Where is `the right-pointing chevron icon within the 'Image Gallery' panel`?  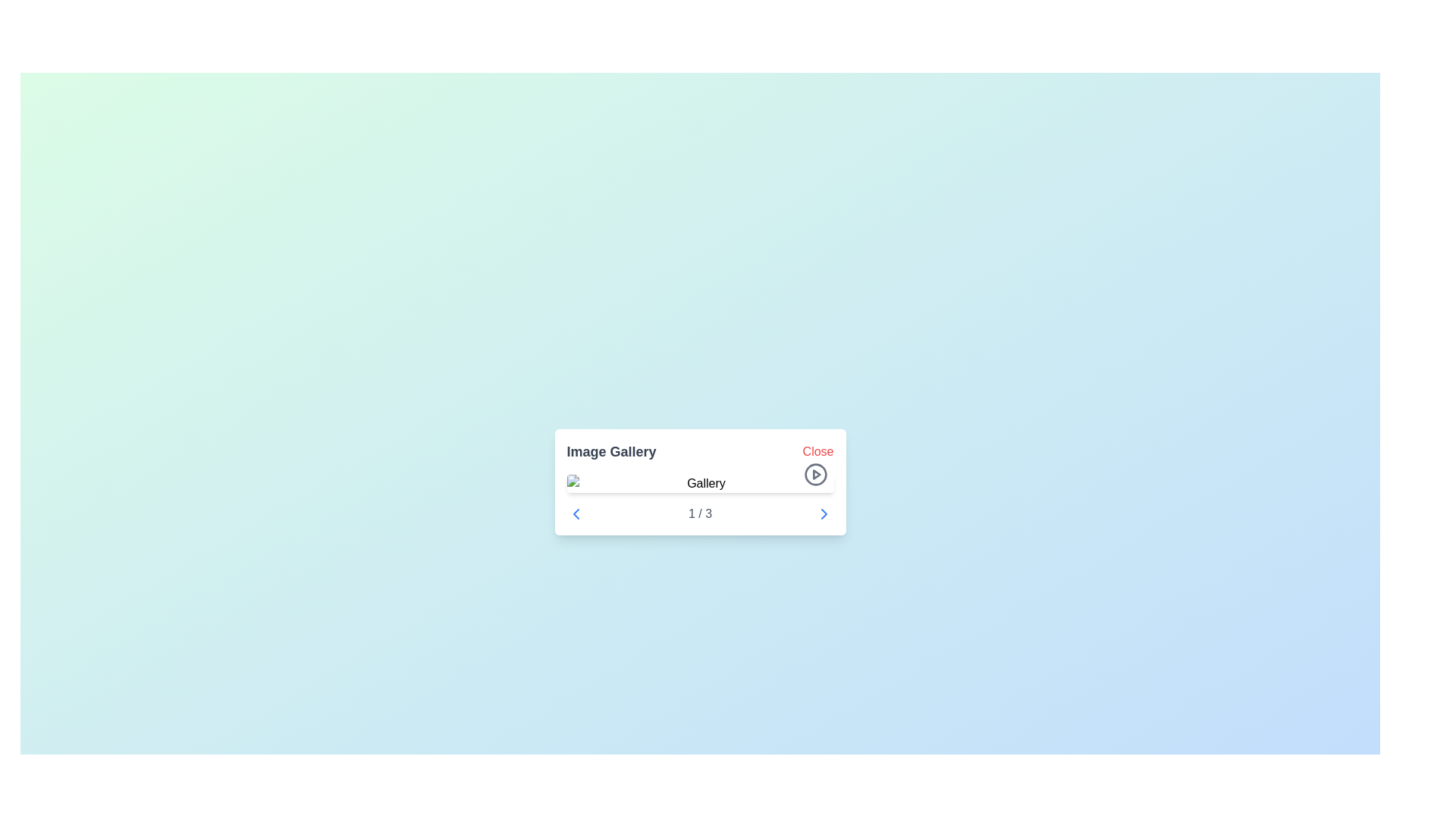
the right-pointing chevron icon within the 'Image Gallery' panel is located at coordinates (824, 513).